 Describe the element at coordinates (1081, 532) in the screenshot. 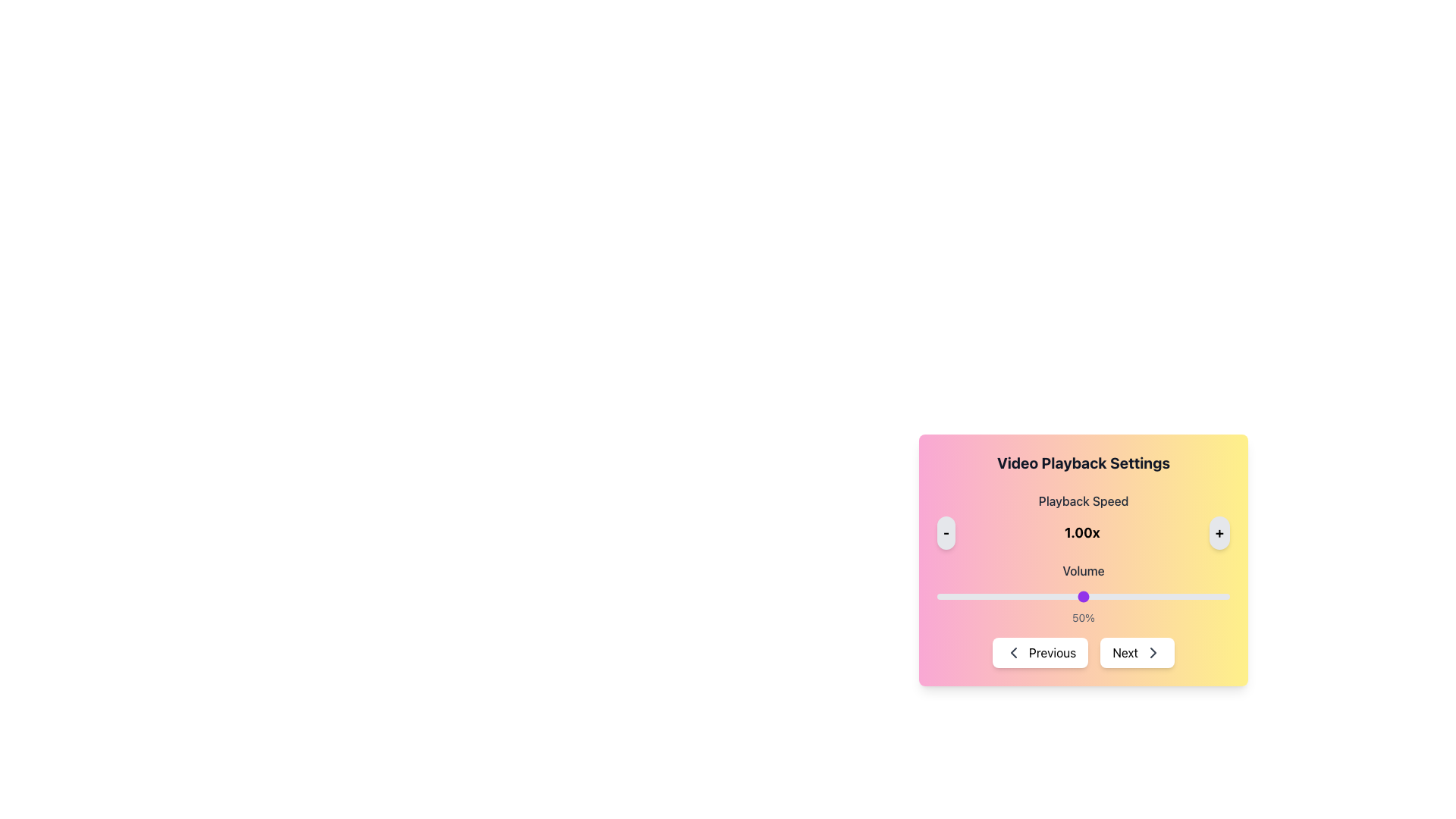

I see `the static text label displaying '1.00x' in bold, large black font, located in the 'Playback Speed' section of the 'Video Playback Settings' dialog box` at that location.